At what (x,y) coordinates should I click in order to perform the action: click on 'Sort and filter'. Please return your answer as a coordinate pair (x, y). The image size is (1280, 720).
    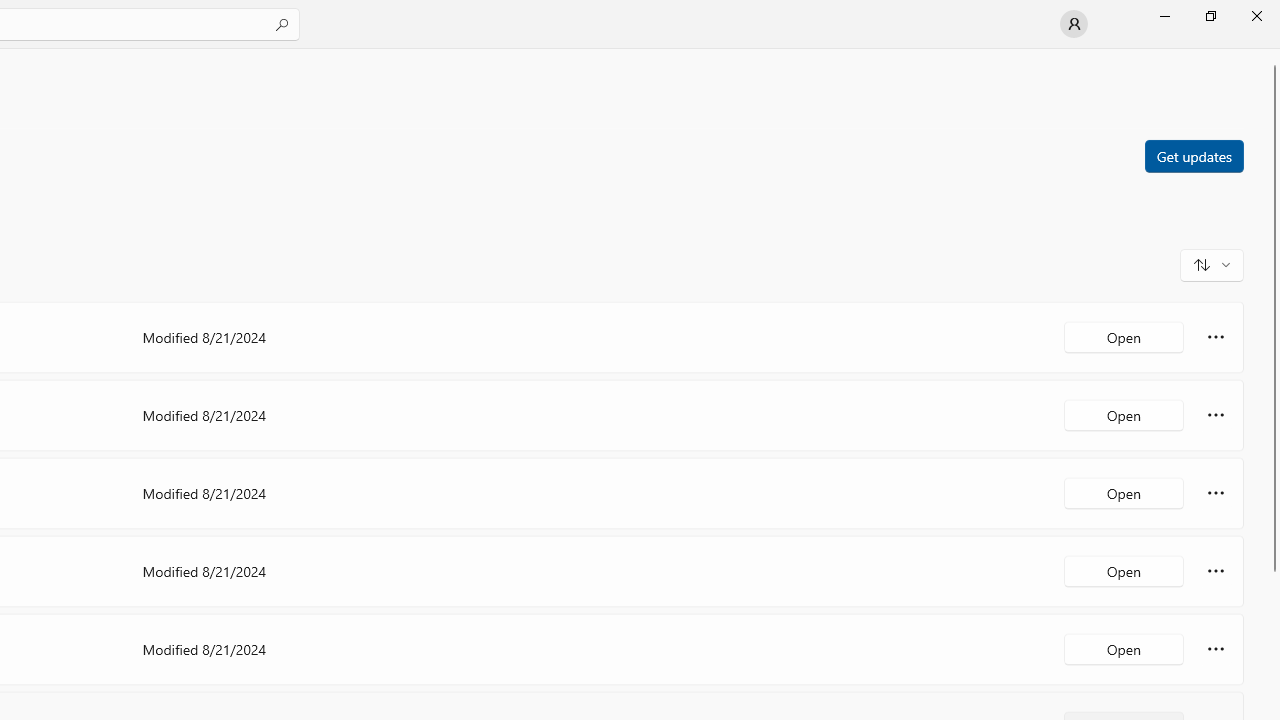
    Looking at the image, I should click on (1211, 263).